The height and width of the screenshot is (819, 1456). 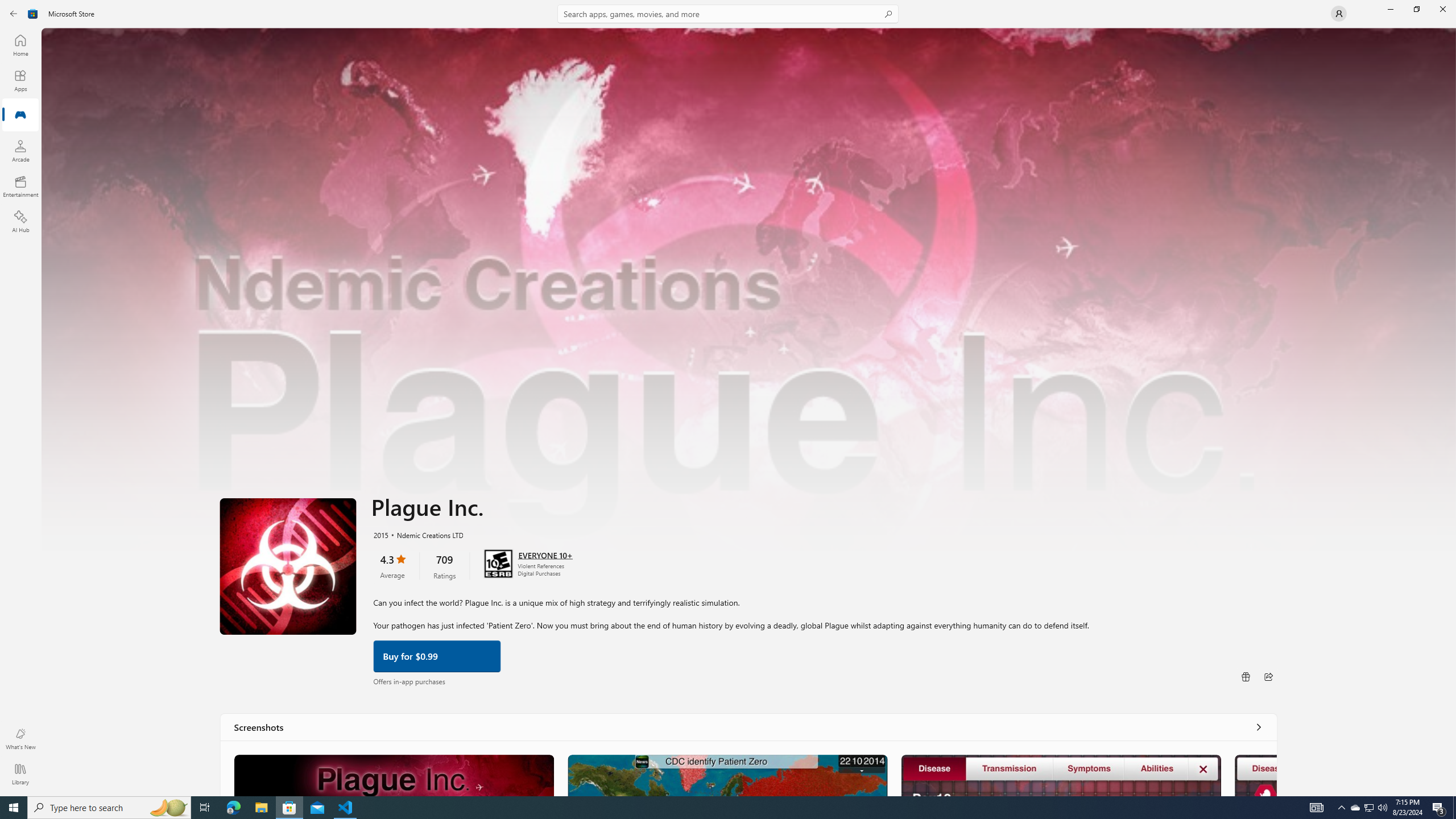 What do you see at coordinates (1259, 727) in the screenshot?
I see `'See all'` at bounding box center [1259, 727].